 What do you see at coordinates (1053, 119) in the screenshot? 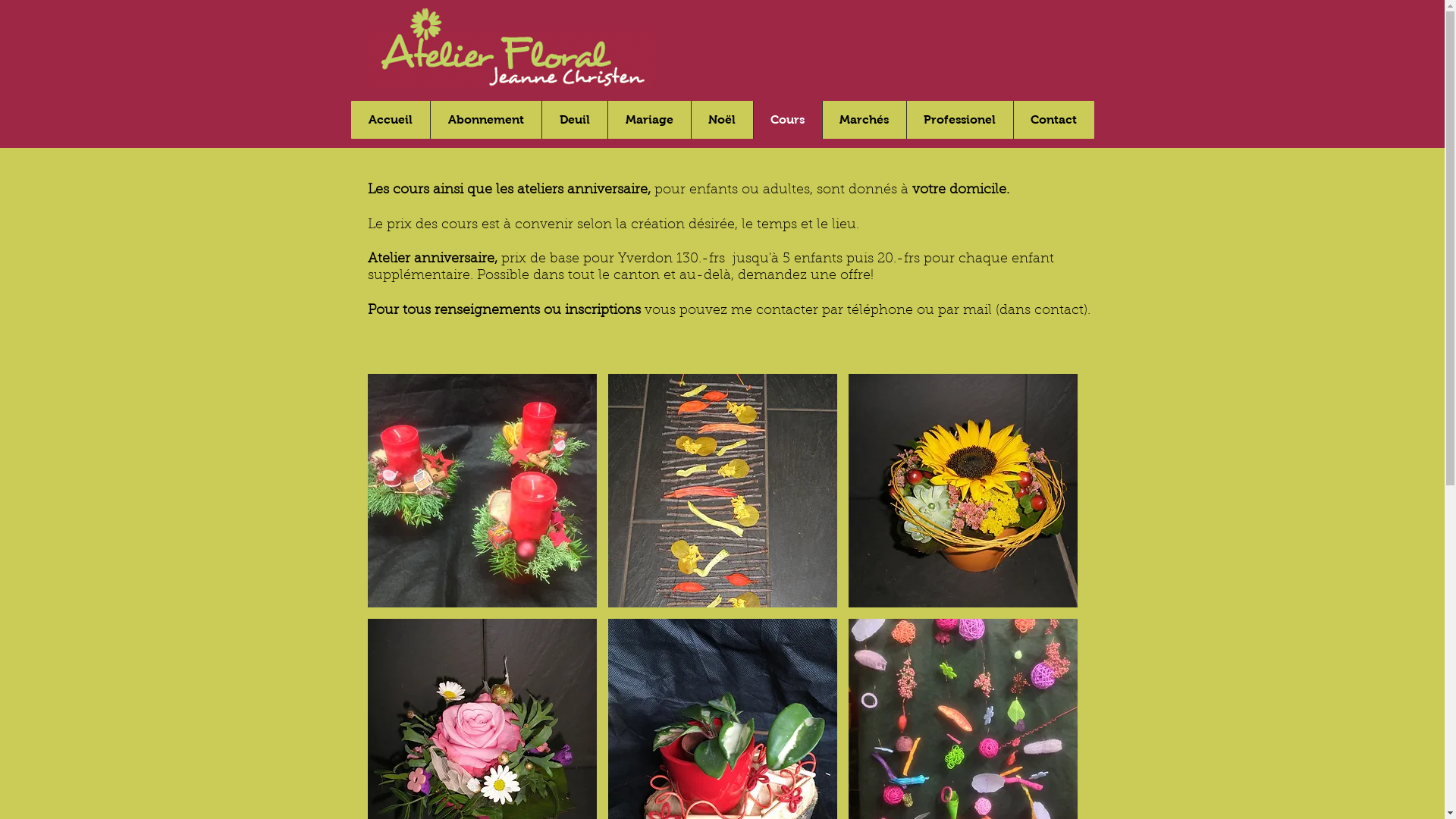
I see `'Contact'` at bounding box center [1053, 119].